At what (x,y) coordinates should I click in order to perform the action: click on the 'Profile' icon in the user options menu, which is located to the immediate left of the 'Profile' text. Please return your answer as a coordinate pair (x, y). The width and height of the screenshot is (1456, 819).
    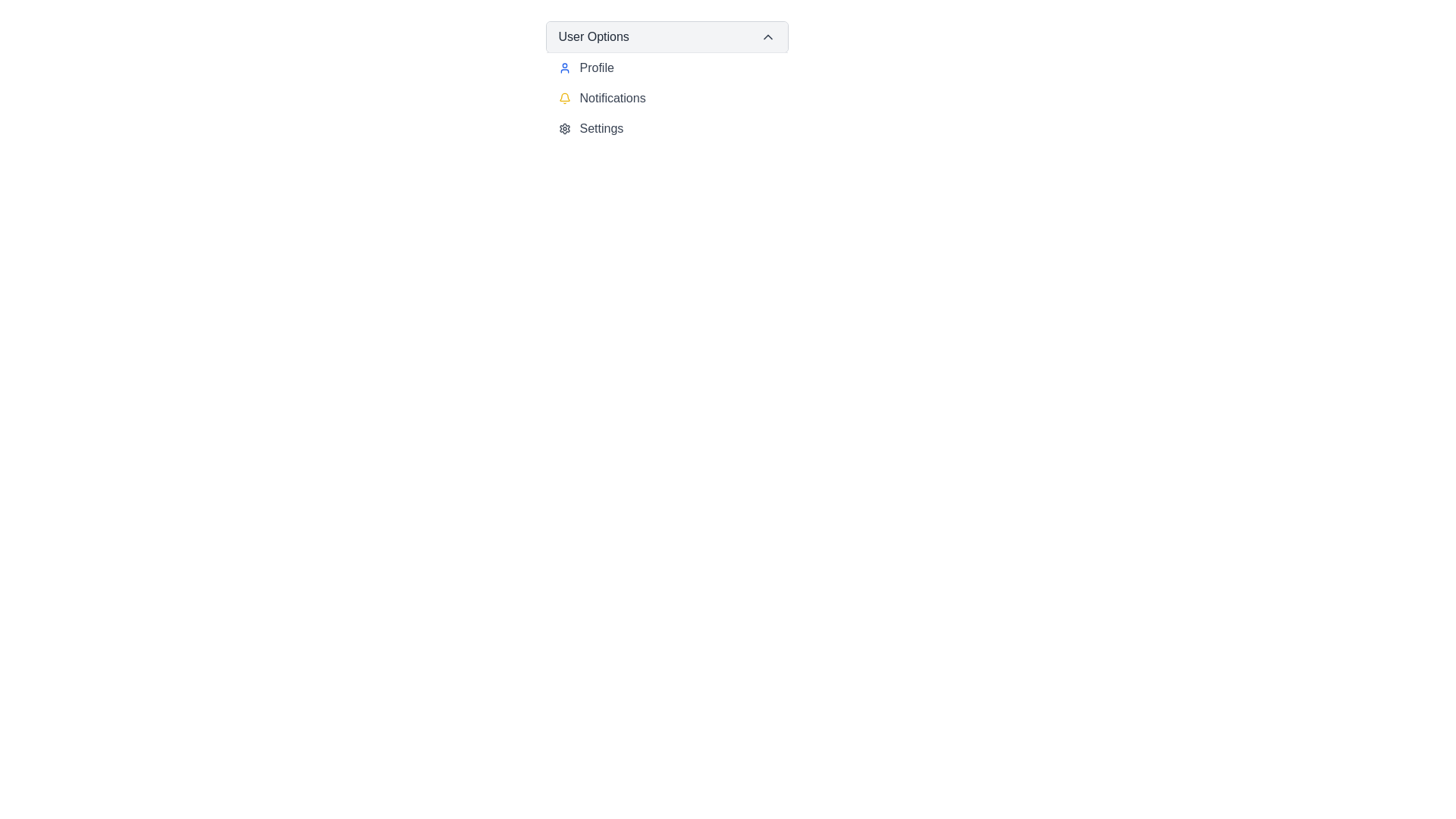
    Looking at the image, I should click on (563, 67).